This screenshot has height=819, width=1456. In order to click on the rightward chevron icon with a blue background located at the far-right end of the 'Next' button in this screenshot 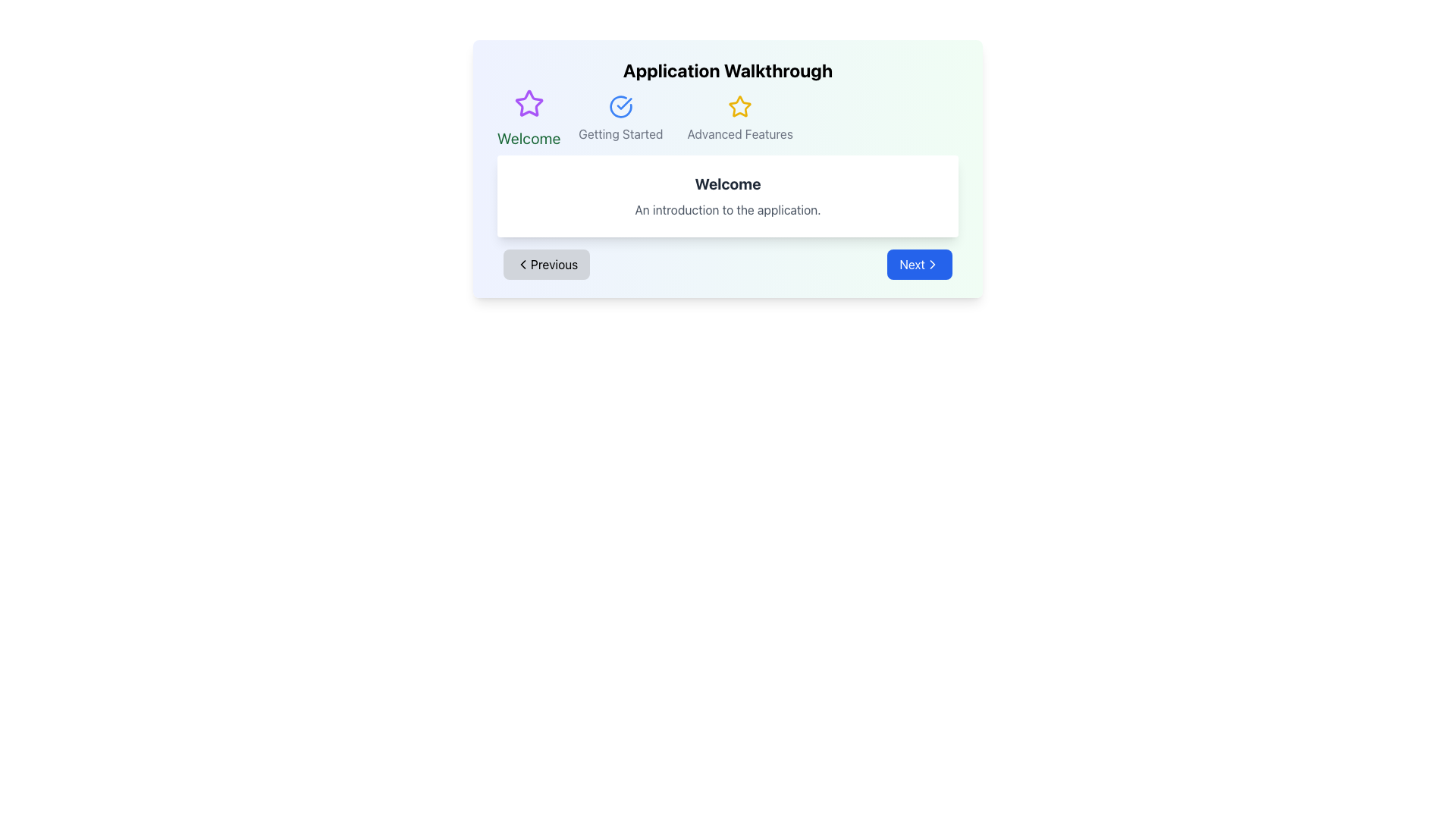, I will do `click(931, 263)`.